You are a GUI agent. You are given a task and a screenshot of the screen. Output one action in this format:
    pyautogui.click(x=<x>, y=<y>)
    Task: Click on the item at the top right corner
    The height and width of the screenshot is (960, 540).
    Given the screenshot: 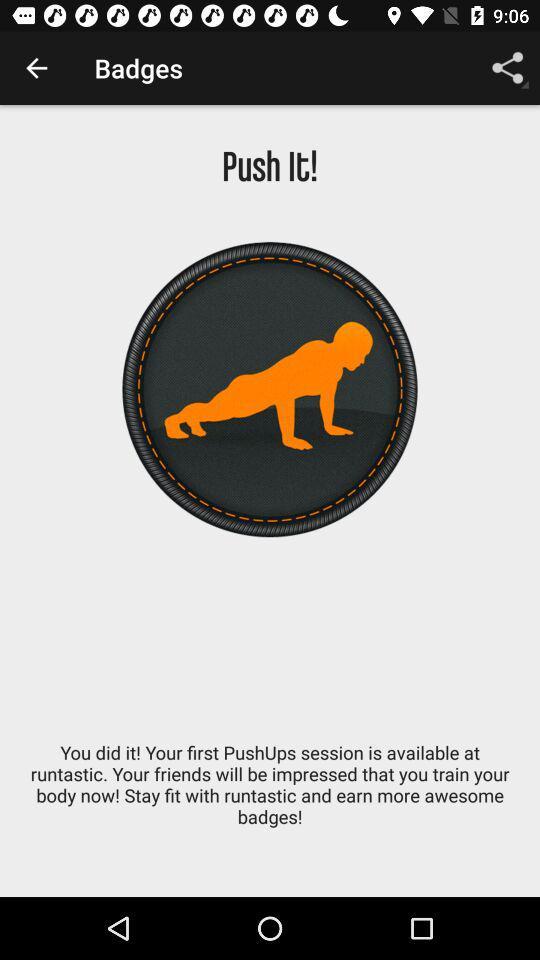 What is the action you would take?
    pyautogui.click(x=508, y=68)
    